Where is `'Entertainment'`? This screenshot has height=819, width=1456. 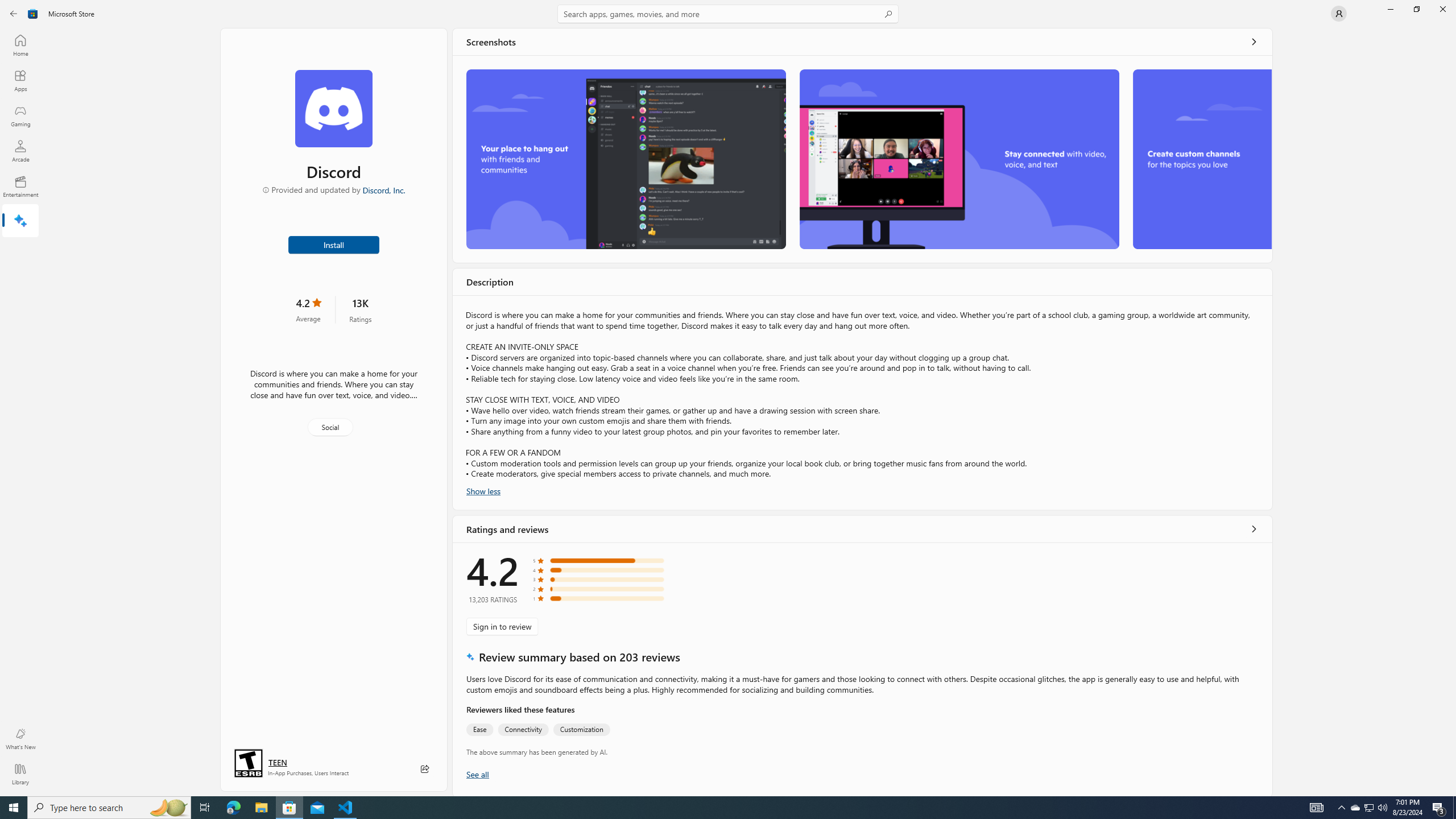
'Entertainment' is located at coordinates (19, 185).